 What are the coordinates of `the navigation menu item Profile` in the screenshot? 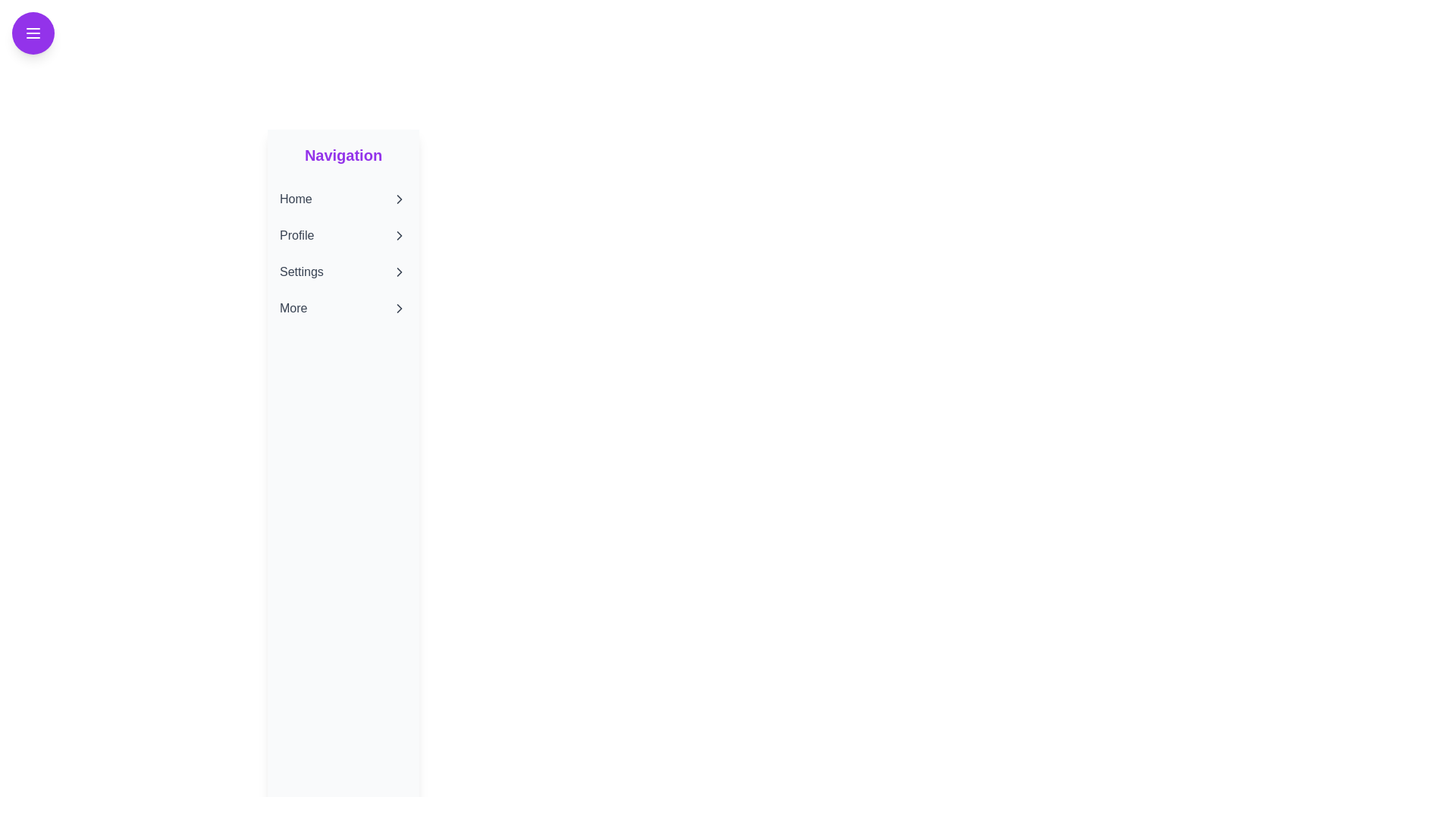 It's located at (342, 236).